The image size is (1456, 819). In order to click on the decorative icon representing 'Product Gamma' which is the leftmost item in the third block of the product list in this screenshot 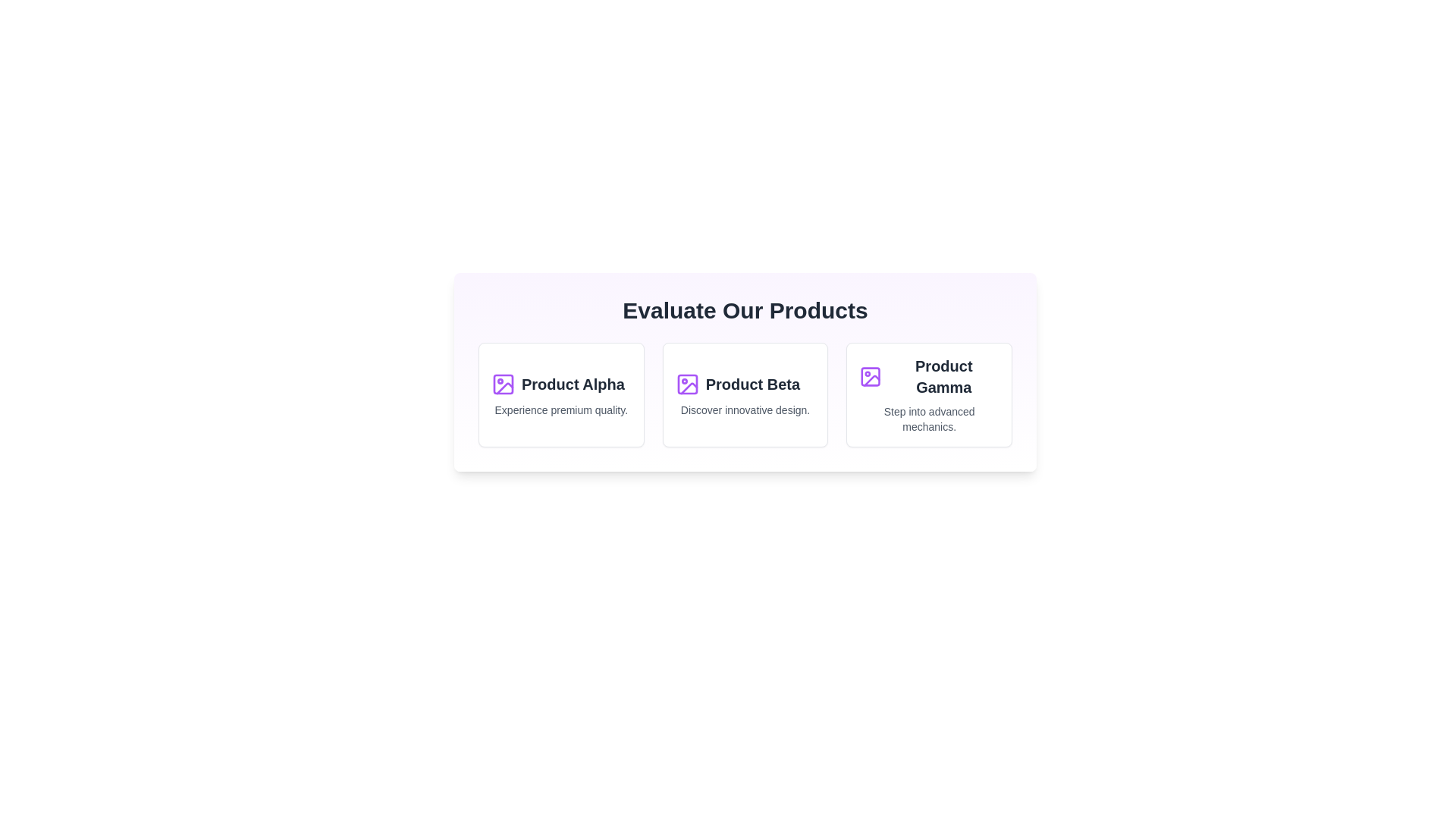, I will do `click(871, 376)`.